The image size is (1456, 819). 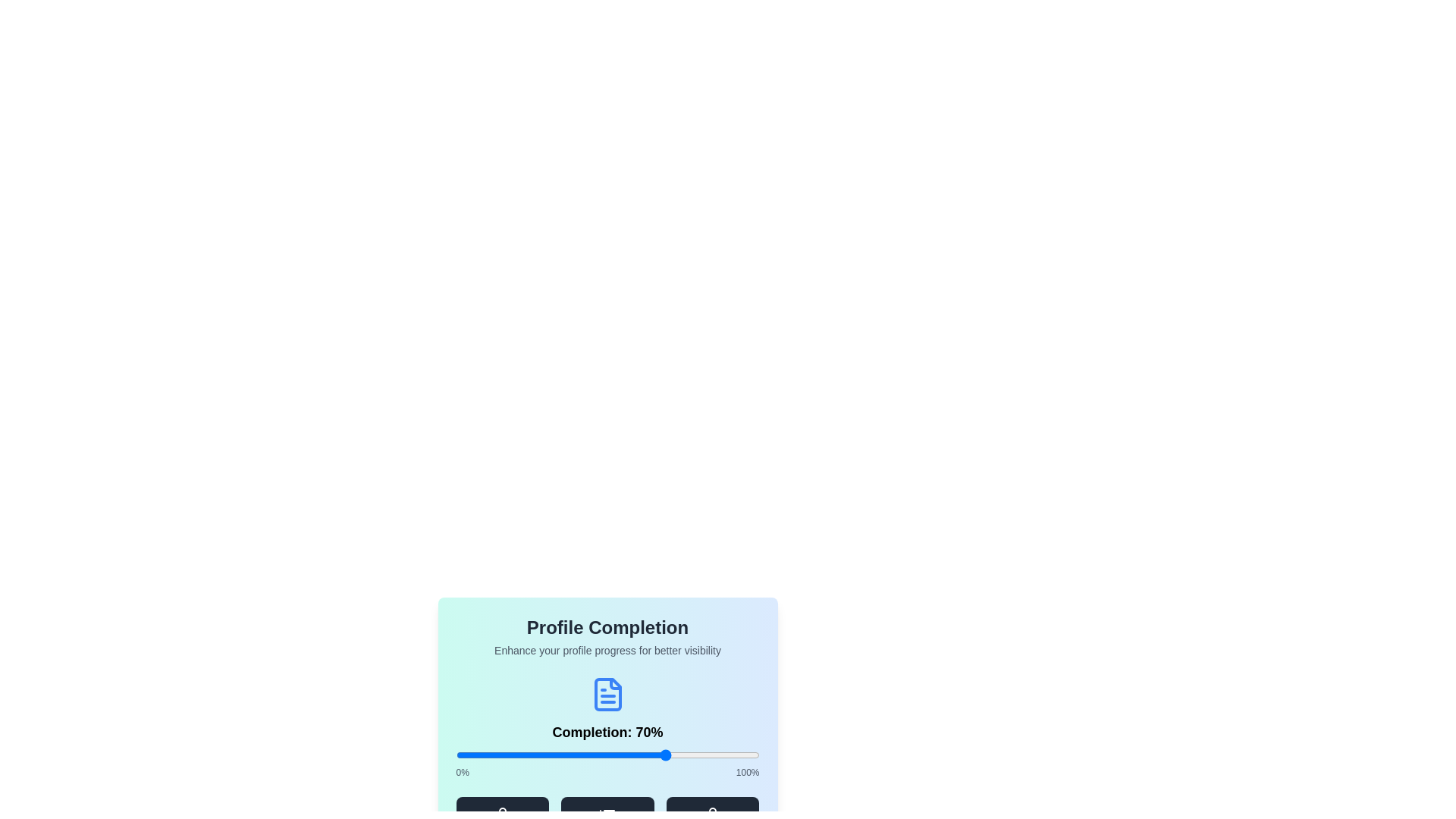 I want to click on the profile completion slider, so click(x=729, y=755).